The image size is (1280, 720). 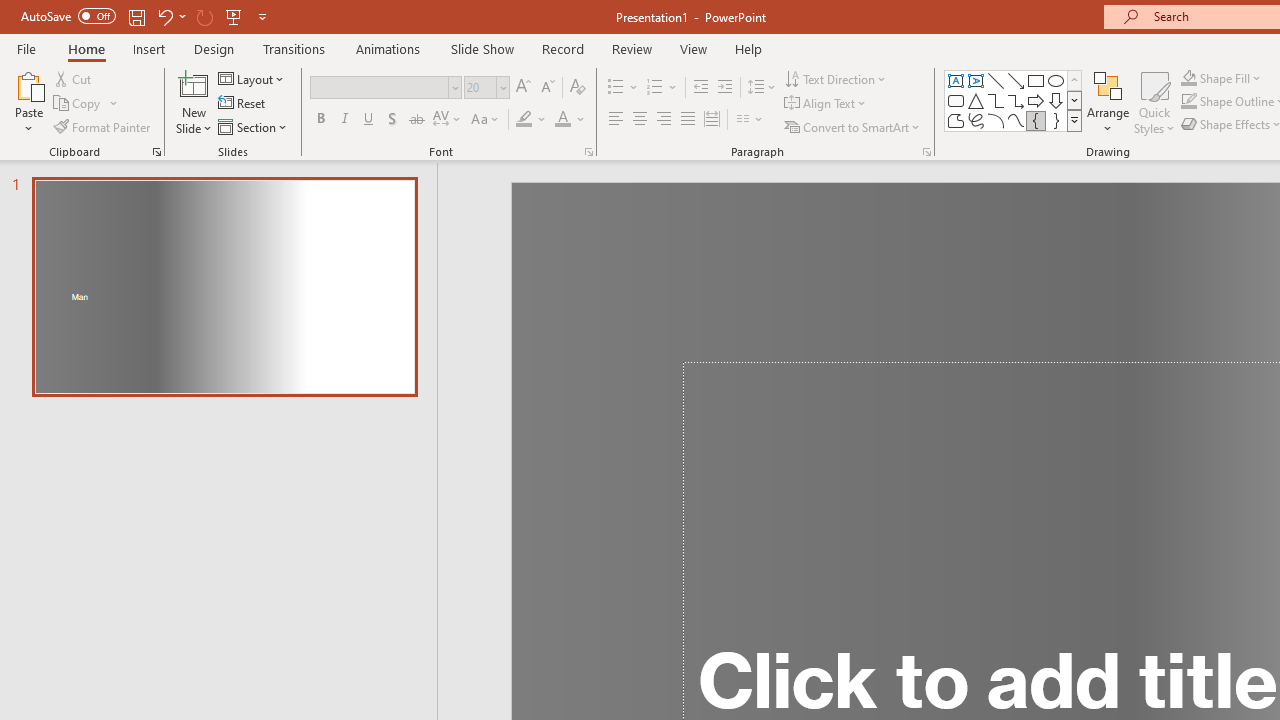 I want to click on 'Justify', so click(x=688, y=119).